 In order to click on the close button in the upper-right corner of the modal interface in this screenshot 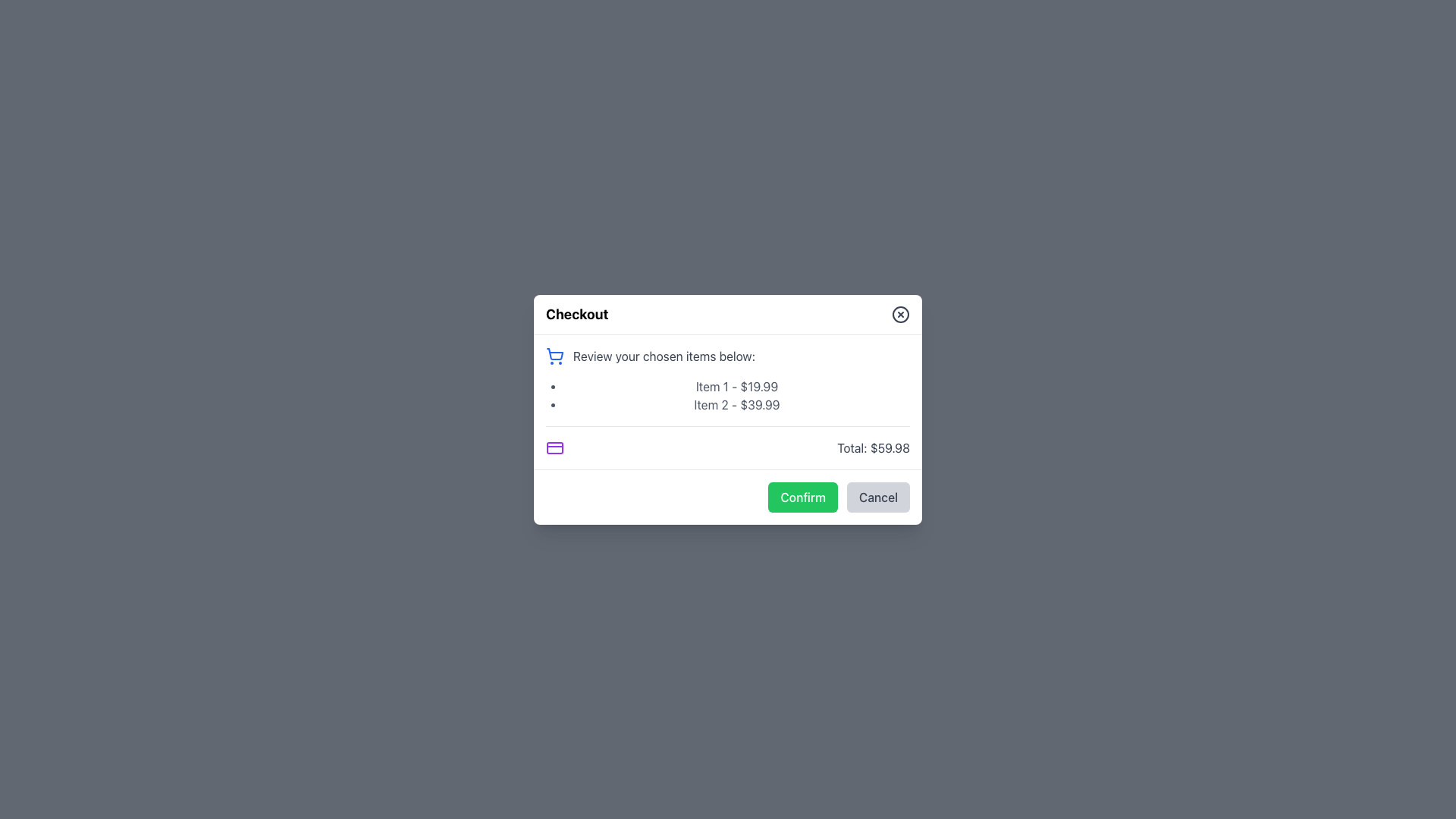, I will do `click(901, 313)`.